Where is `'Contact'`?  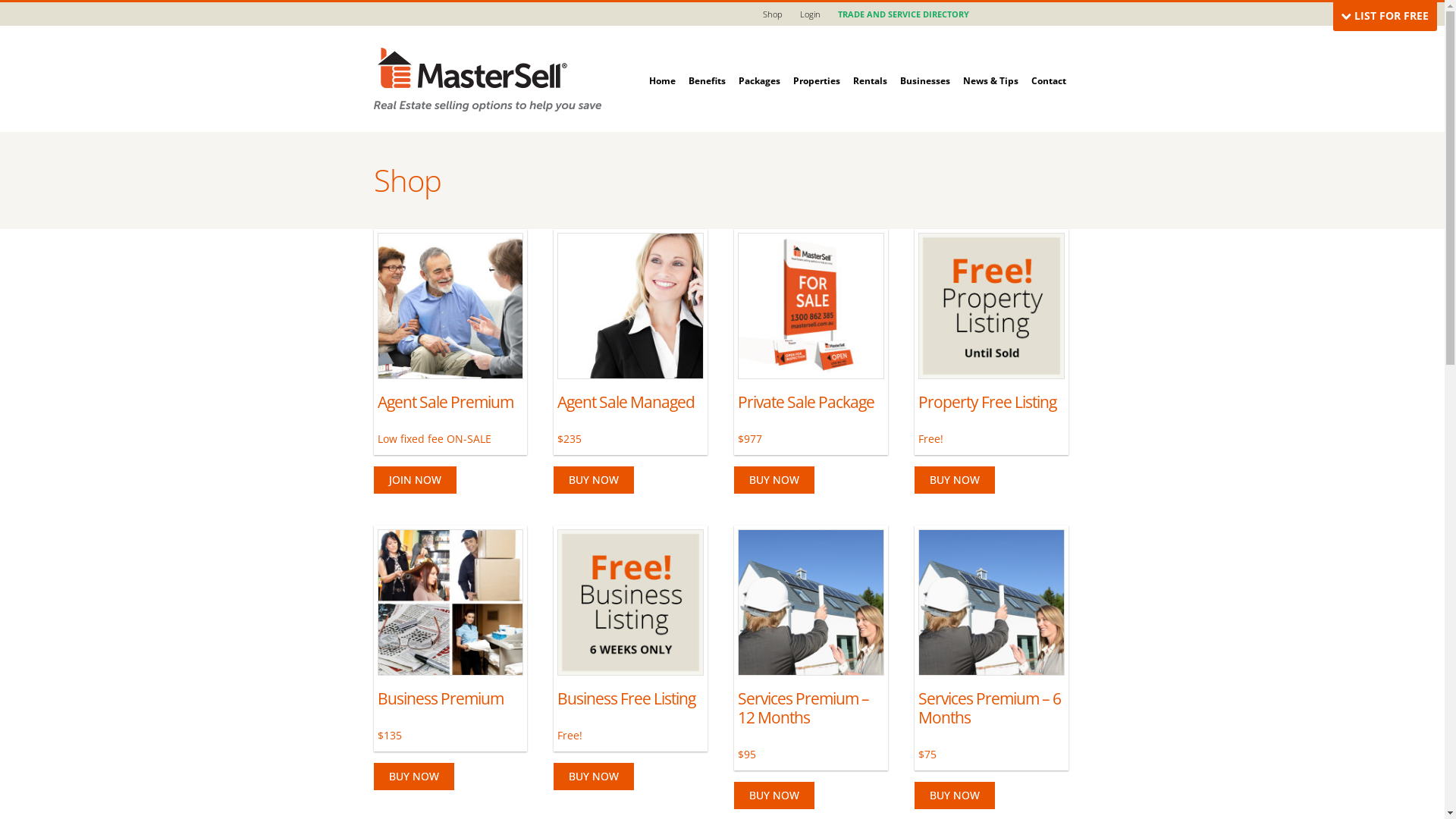 'Contact' is located at coordinates (1031, 64).